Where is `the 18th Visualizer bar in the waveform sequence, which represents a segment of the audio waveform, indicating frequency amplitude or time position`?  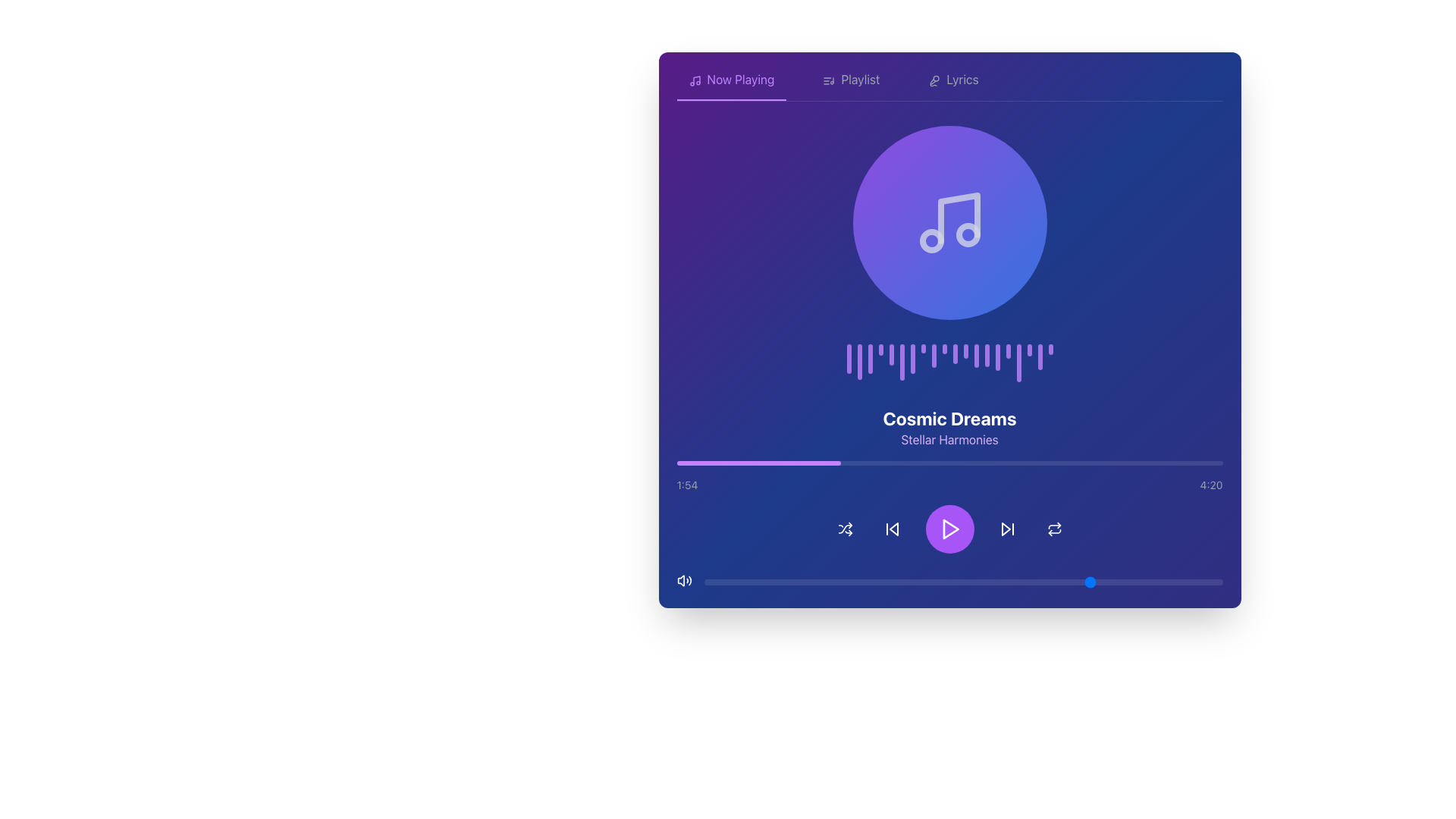
the 18th Visualizer bar in the waveform sequence, which represents a segment of the audio waveform, indicating frequency amplitude or time position is located at coordinates (1018, 362).